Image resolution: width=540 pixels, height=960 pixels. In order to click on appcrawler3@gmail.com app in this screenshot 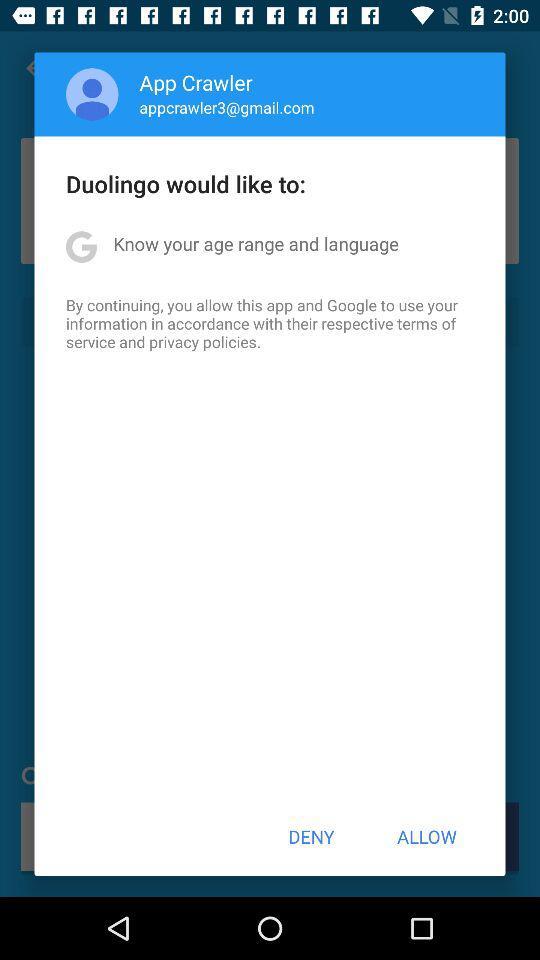, I will do `click(226, 107)`.